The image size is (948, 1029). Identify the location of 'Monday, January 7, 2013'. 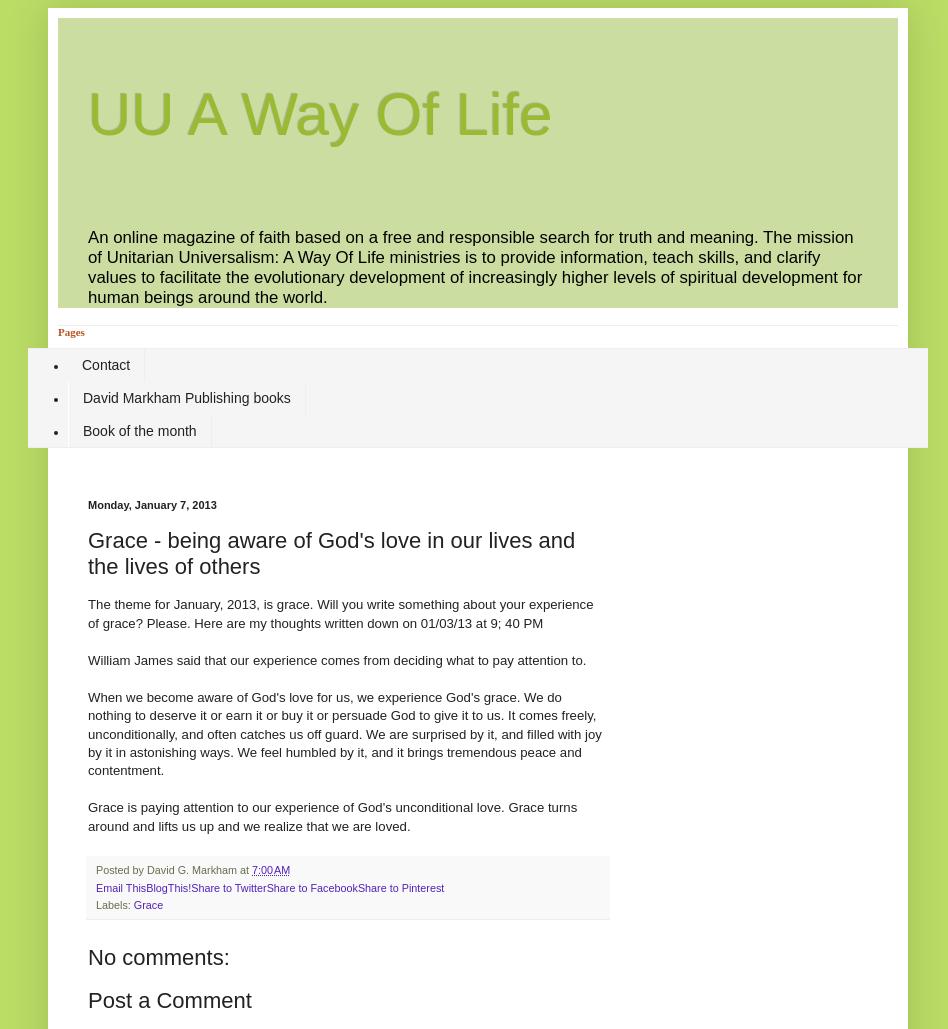
(150, 505).